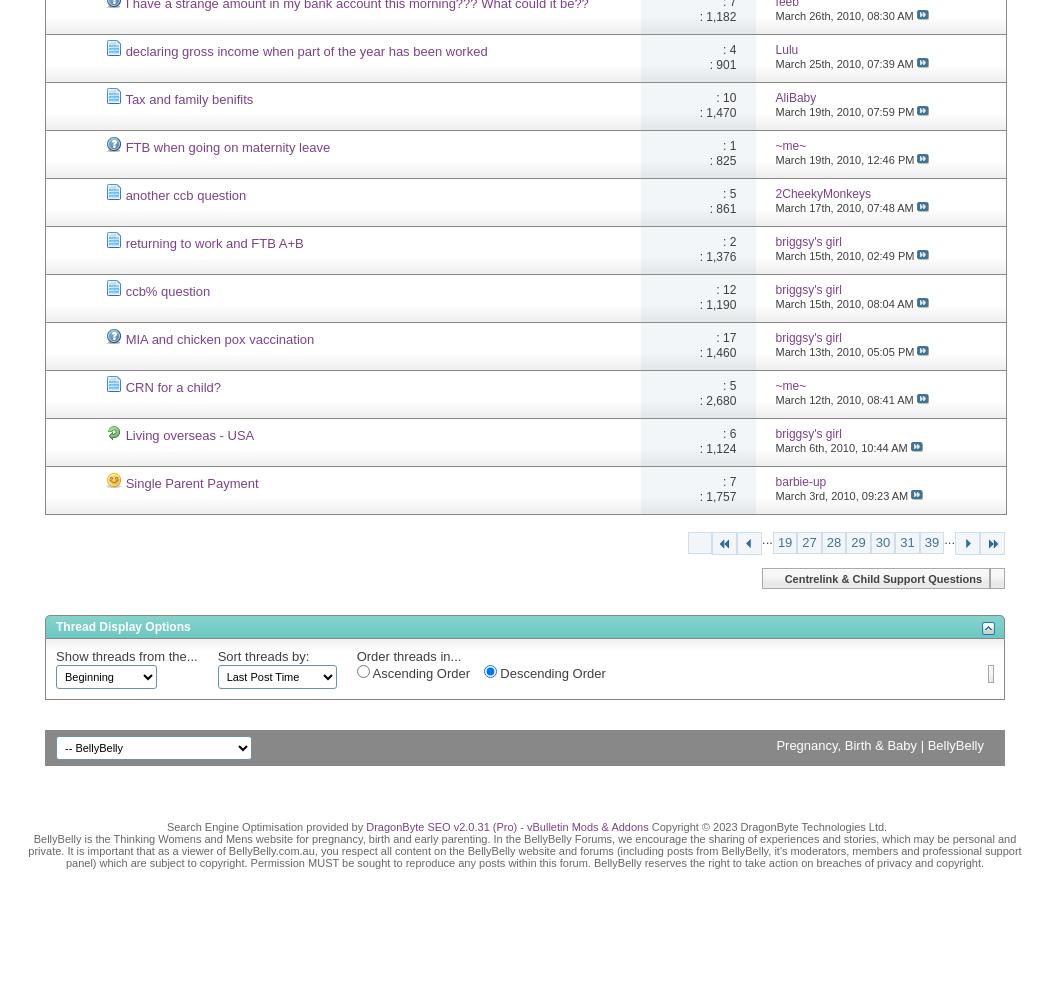 The image size is (1050, 1000). Describe the element at coordinates (879, 743) in the screenshot. I see `'Pregnancy, Birth & Baby | BellyBelly'` at that location.